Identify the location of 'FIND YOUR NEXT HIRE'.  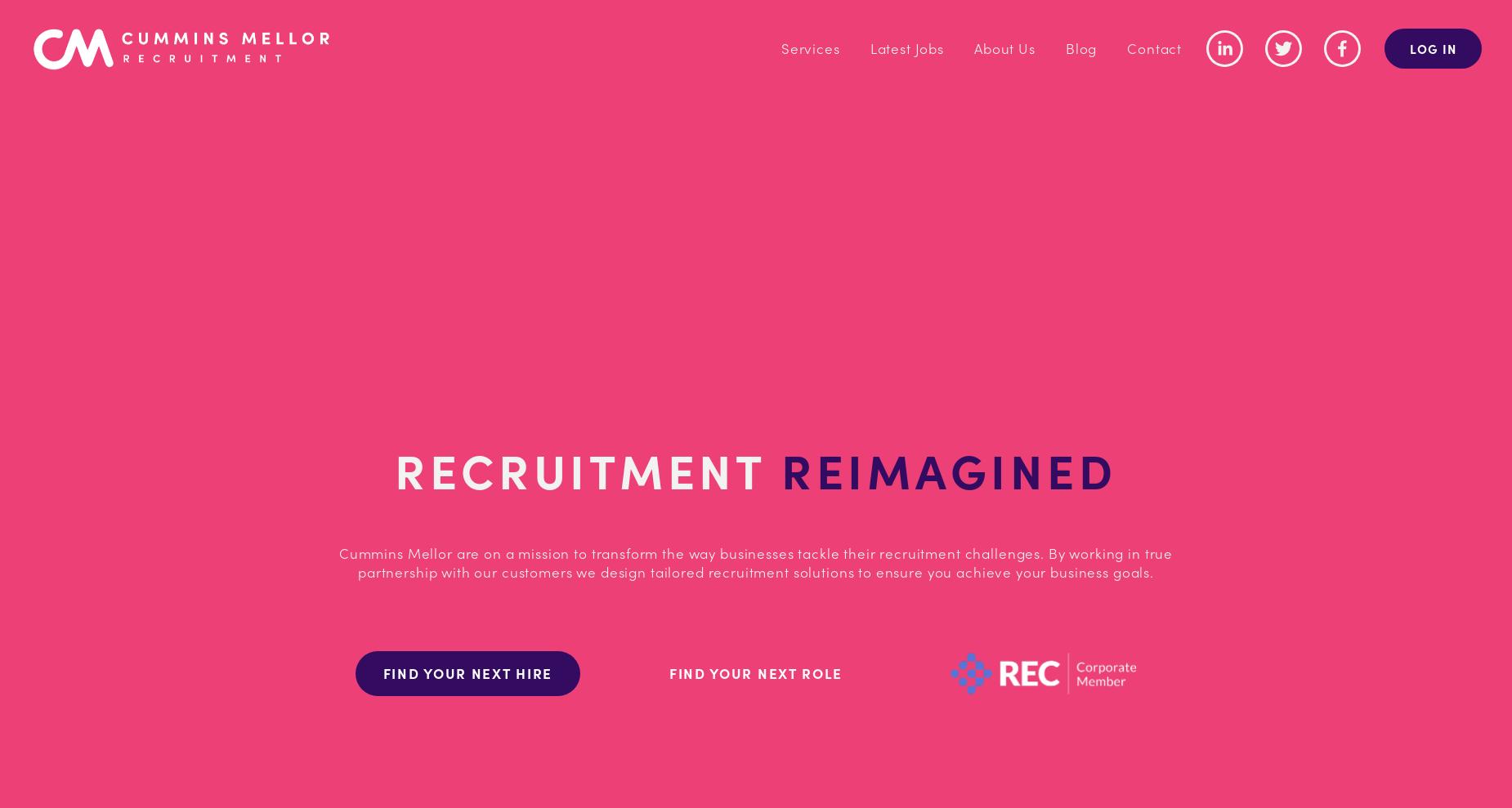
(467, 672).